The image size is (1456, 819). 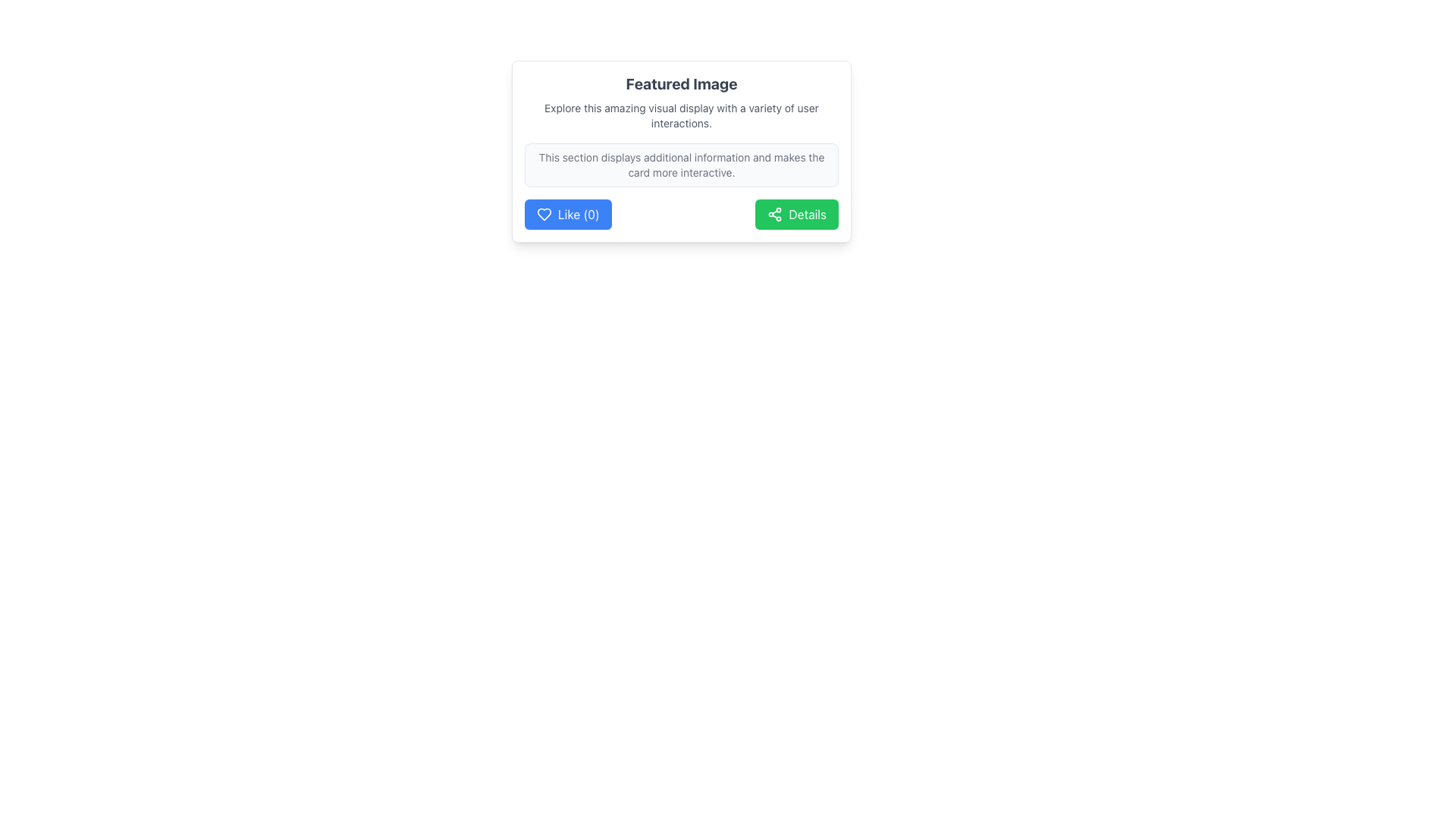 What do you see at coordinates (567, 214) in the screenshot?
I see `the 'Like (0)' button` at bounding box center [567, 214].